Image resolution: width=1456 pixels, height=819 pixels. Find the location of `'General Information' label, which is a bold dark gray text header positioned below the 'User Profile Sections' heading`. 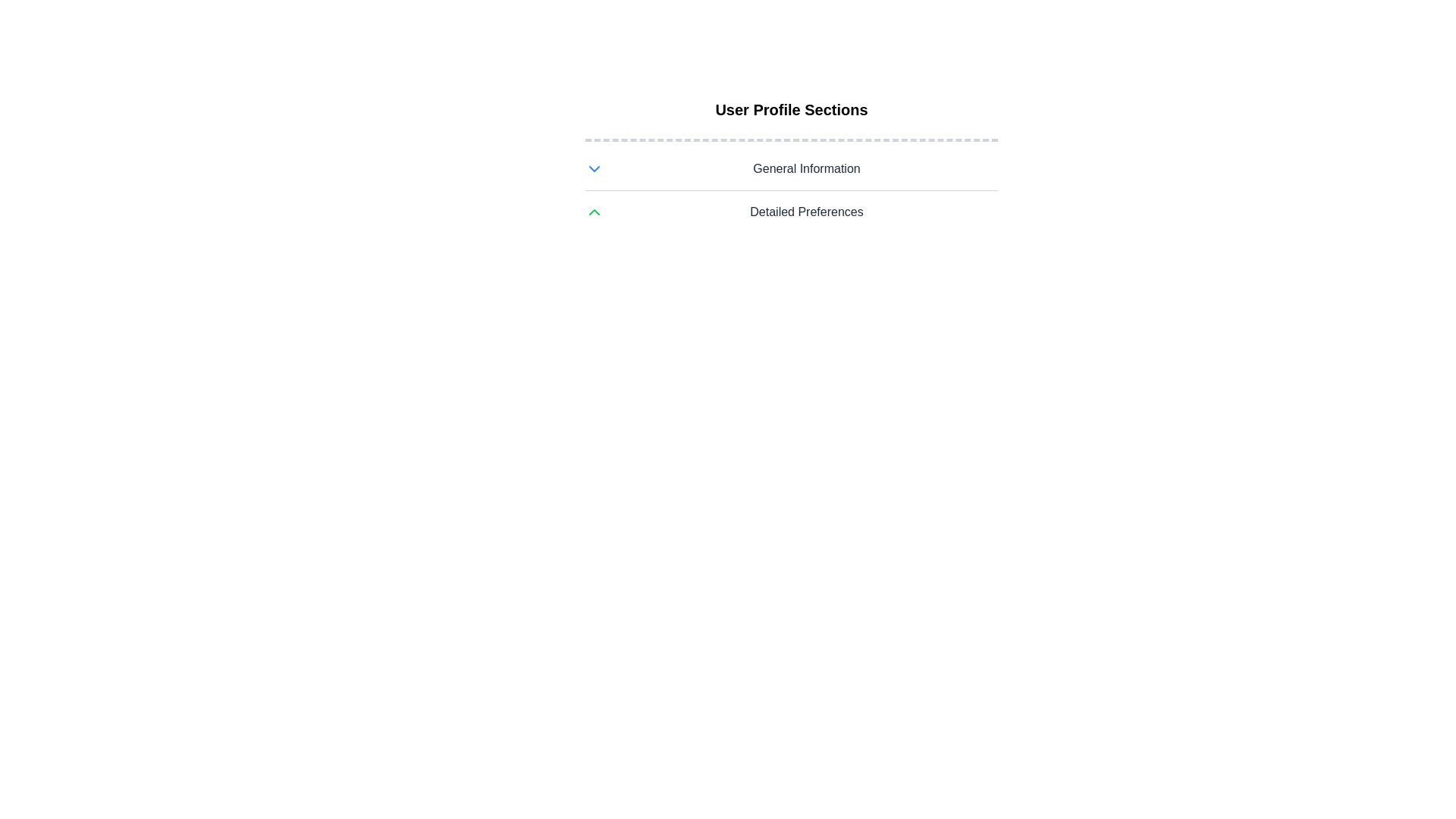

'General Information' label, which is a bold dark gray text header positioned below the 'User Profile Sections' heading is located at coordinates (806, 169).